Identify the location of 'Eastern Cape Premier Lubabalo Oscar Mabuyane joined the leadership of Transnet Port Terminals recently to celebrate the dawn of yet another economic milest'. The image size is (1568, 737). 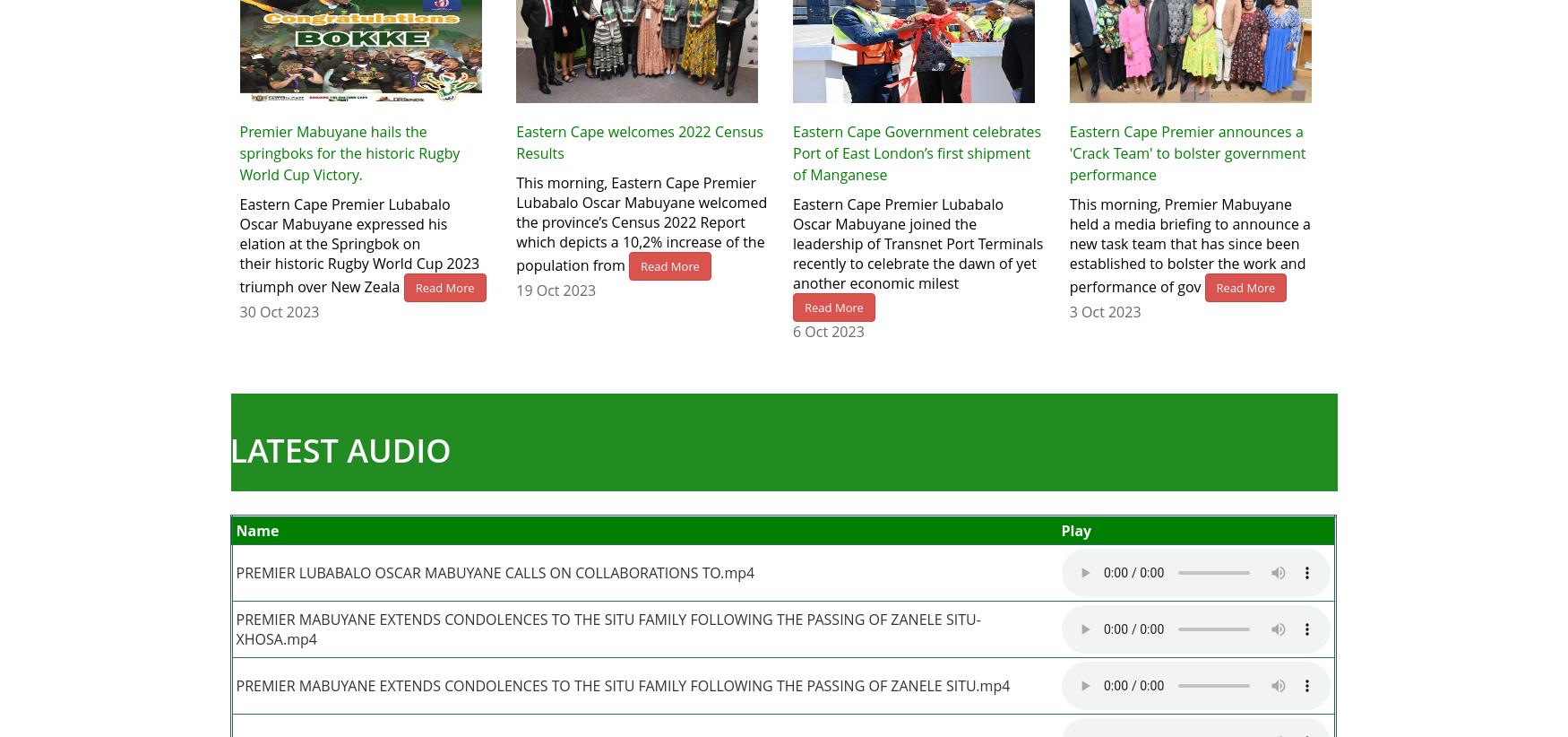
(917, 242).